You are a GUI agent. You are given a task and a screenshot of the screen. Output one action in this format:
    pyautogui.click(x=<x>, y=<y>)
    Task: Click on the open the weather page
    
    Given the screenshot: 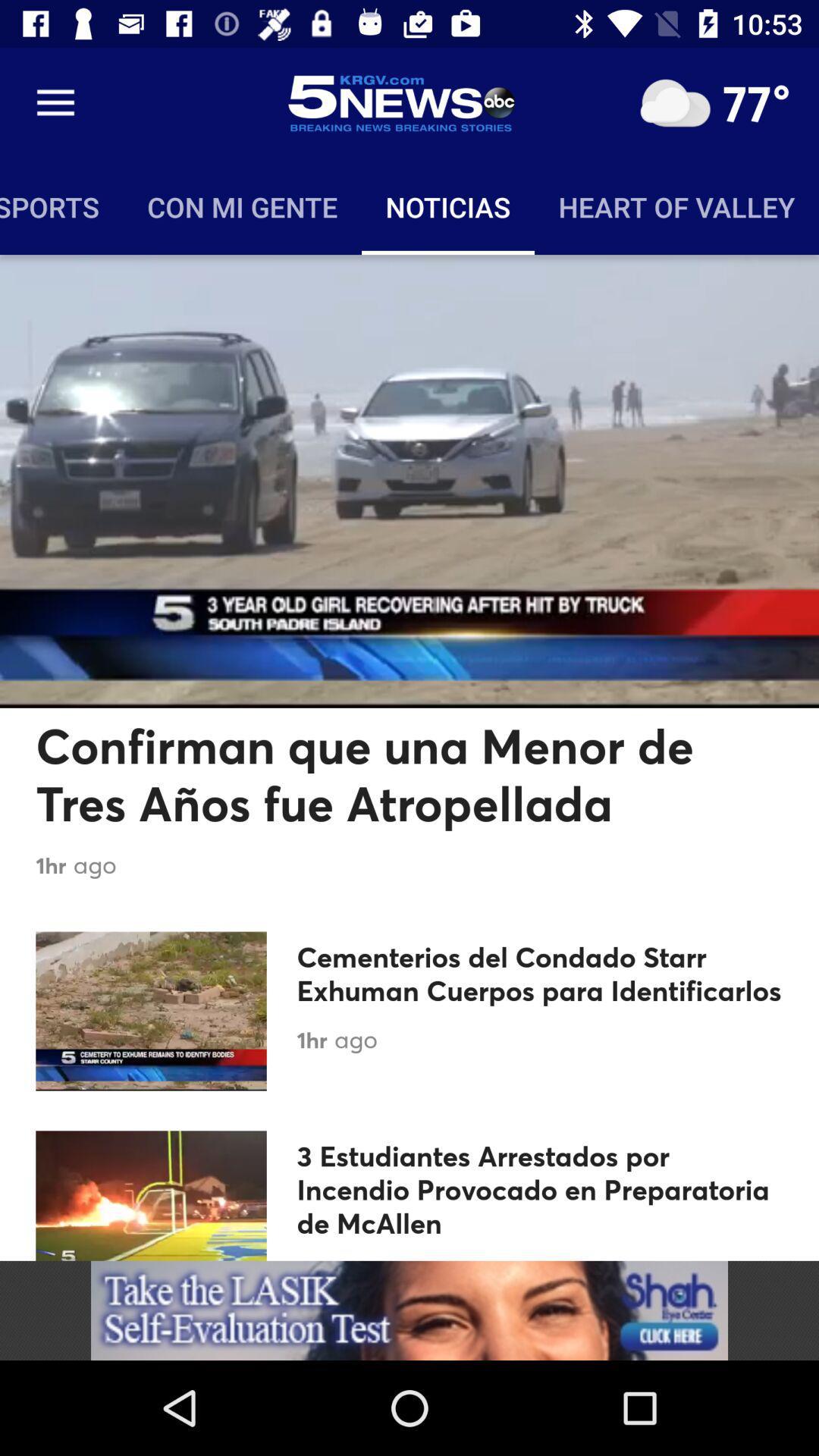 What is the action you would take?
    pyautogui.click(x=674, y=102)
    